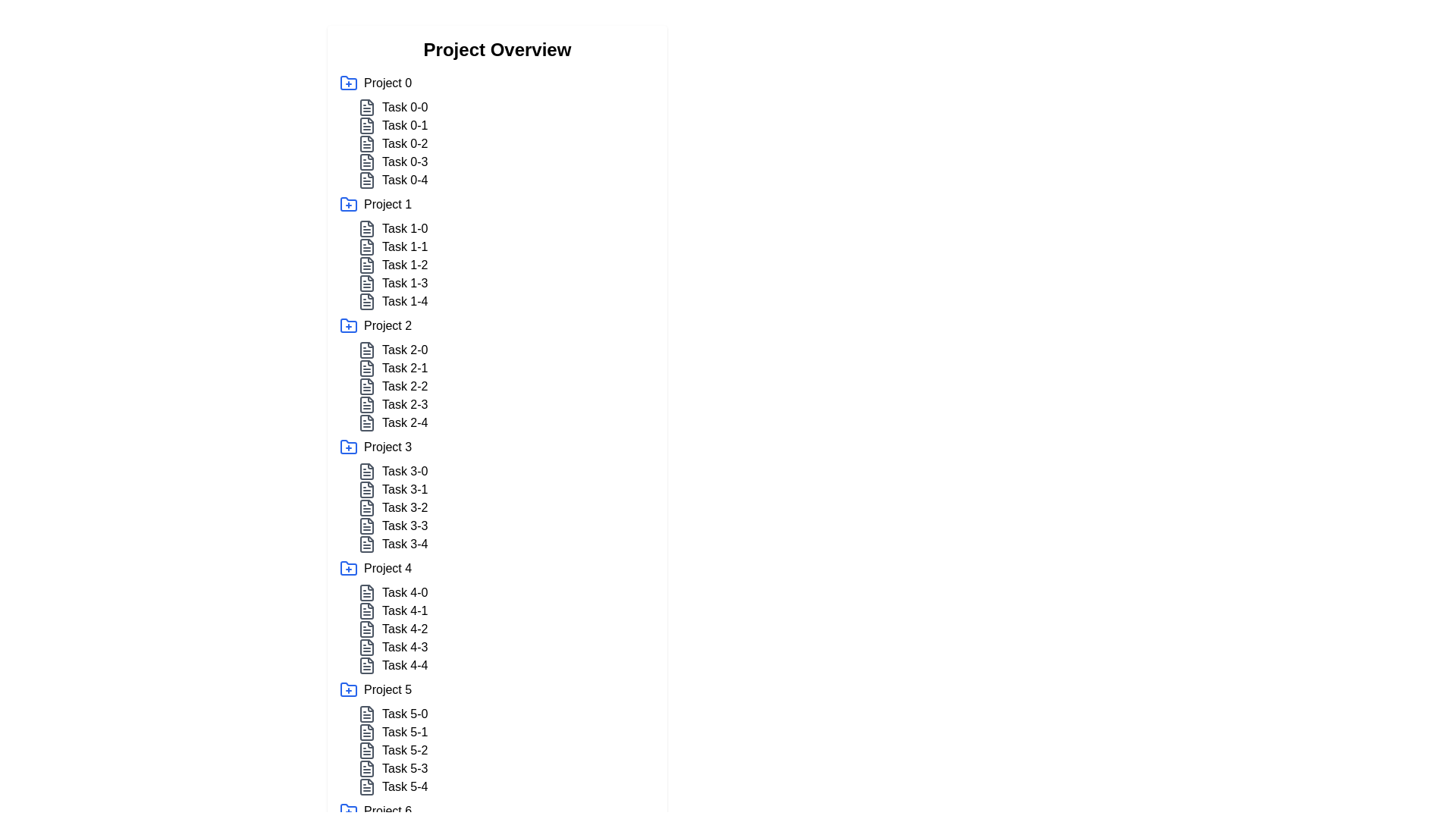  Describe the element at coordinates (506, 543) in the screenshot. I see `the list item labeled 'Task 3-4'` at that location.